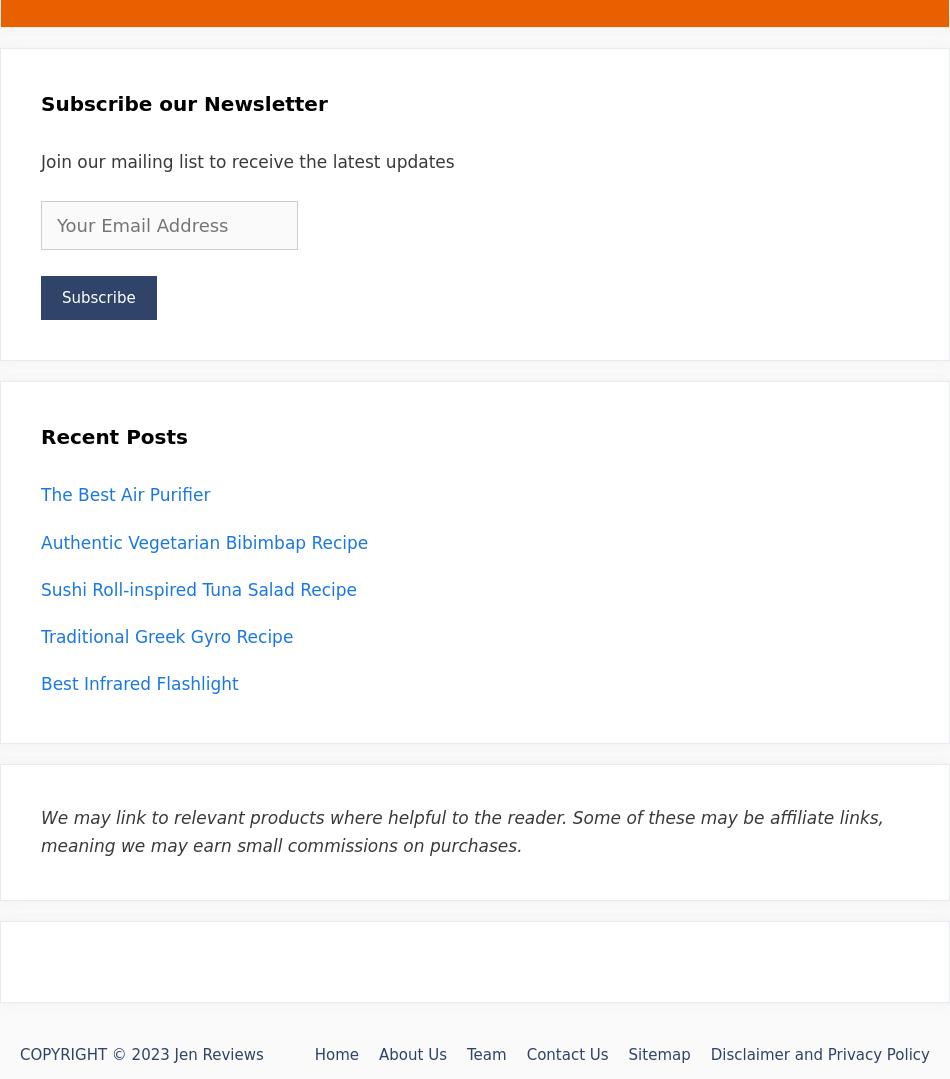 The height and width of the screenshot is (1079, 950). What do you see at coordinates (41, 589) in the screenshot?
I see `'Sushi Roll-inspired Tuna Salad Recipe'` at bounding box center [41, 589].